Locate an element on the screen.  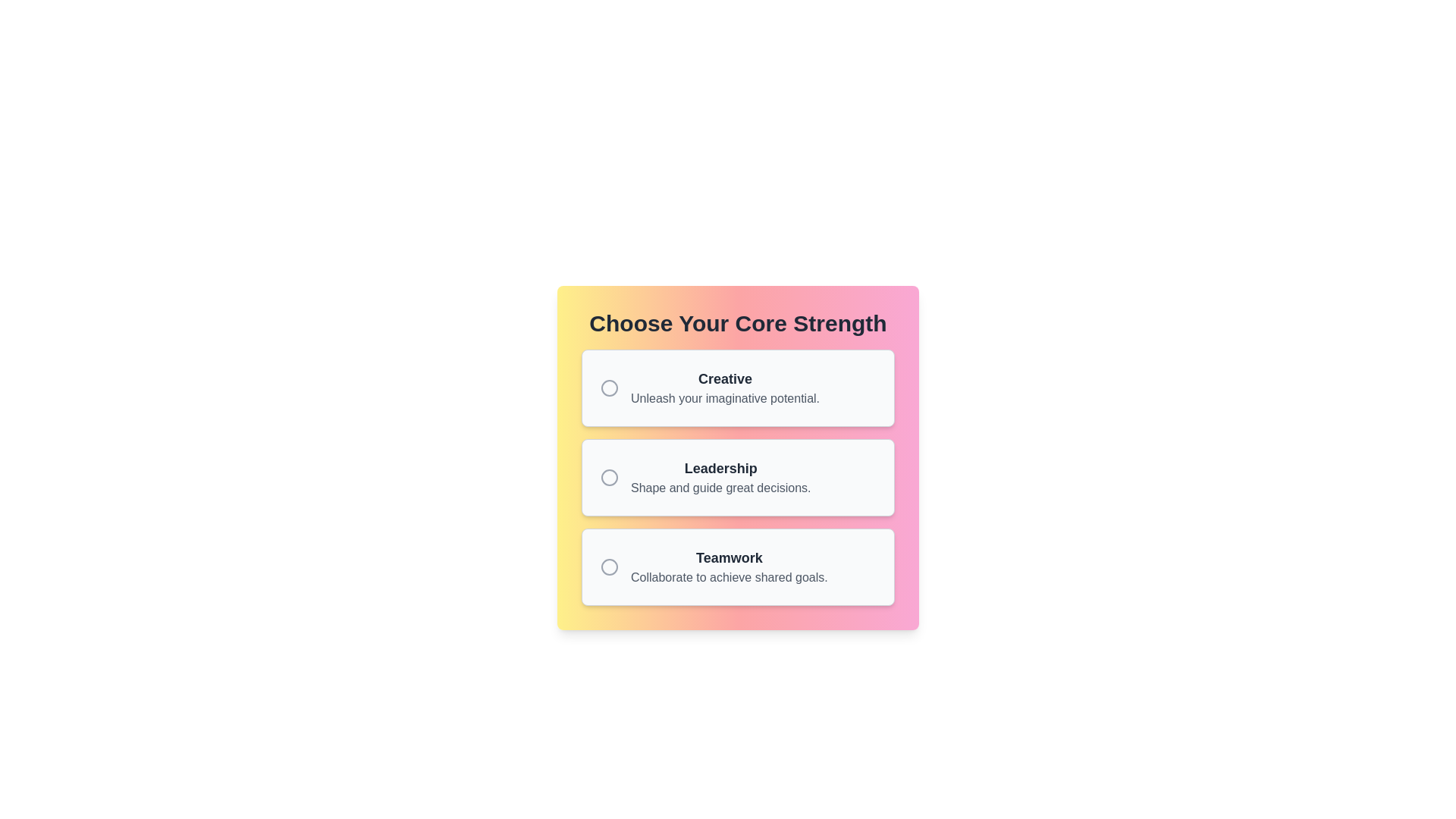
the text label that reads 'Unleash your imaginative potential.' which is positioned beneath the title 'Creative' in the uppermost option box under the header 'Choose Your Core Strength' is located at coordinates (724, 397).